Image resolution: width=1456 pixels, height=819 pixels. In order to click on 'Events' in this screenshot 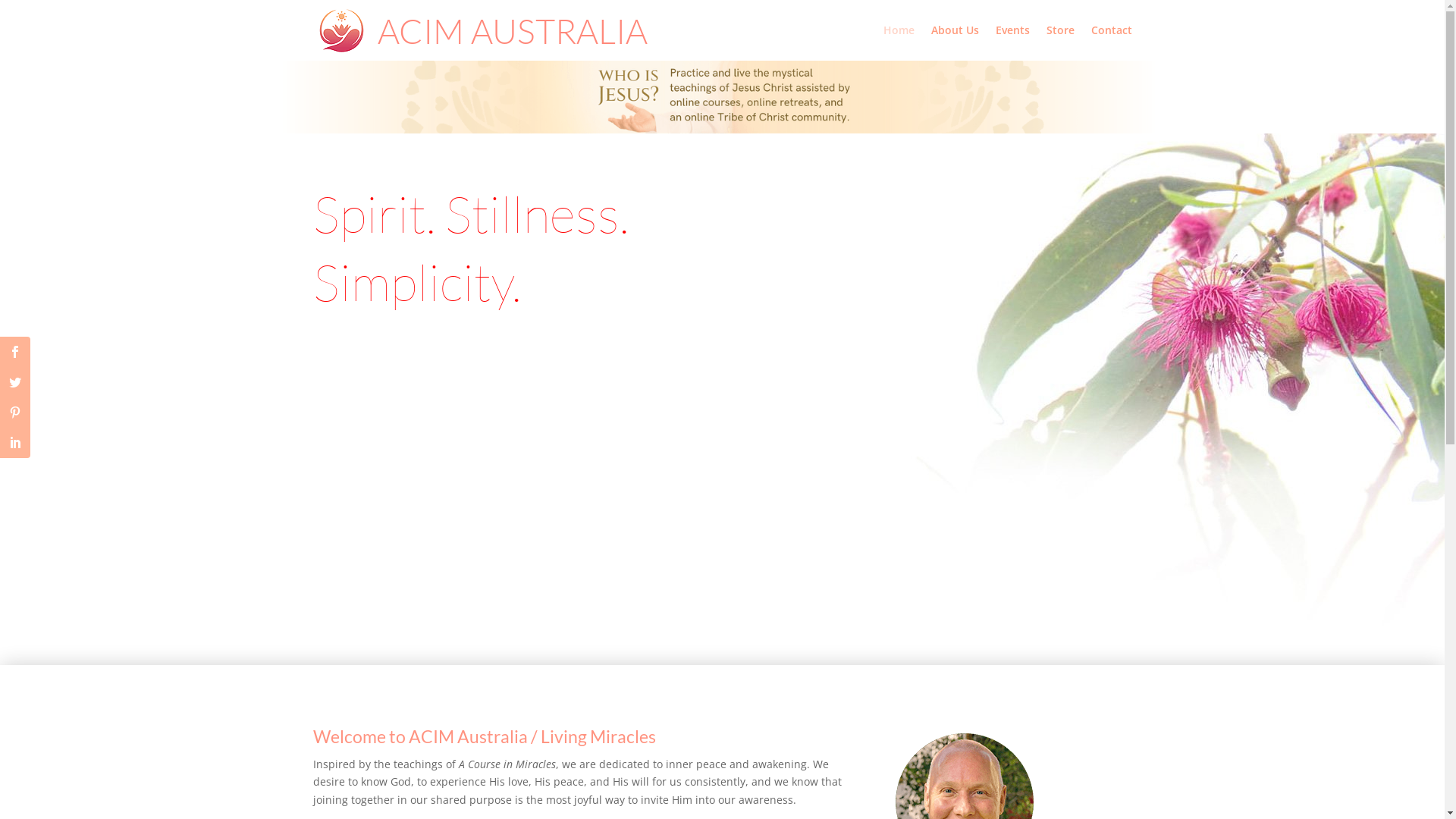, I will do `click(1012, 42)`.